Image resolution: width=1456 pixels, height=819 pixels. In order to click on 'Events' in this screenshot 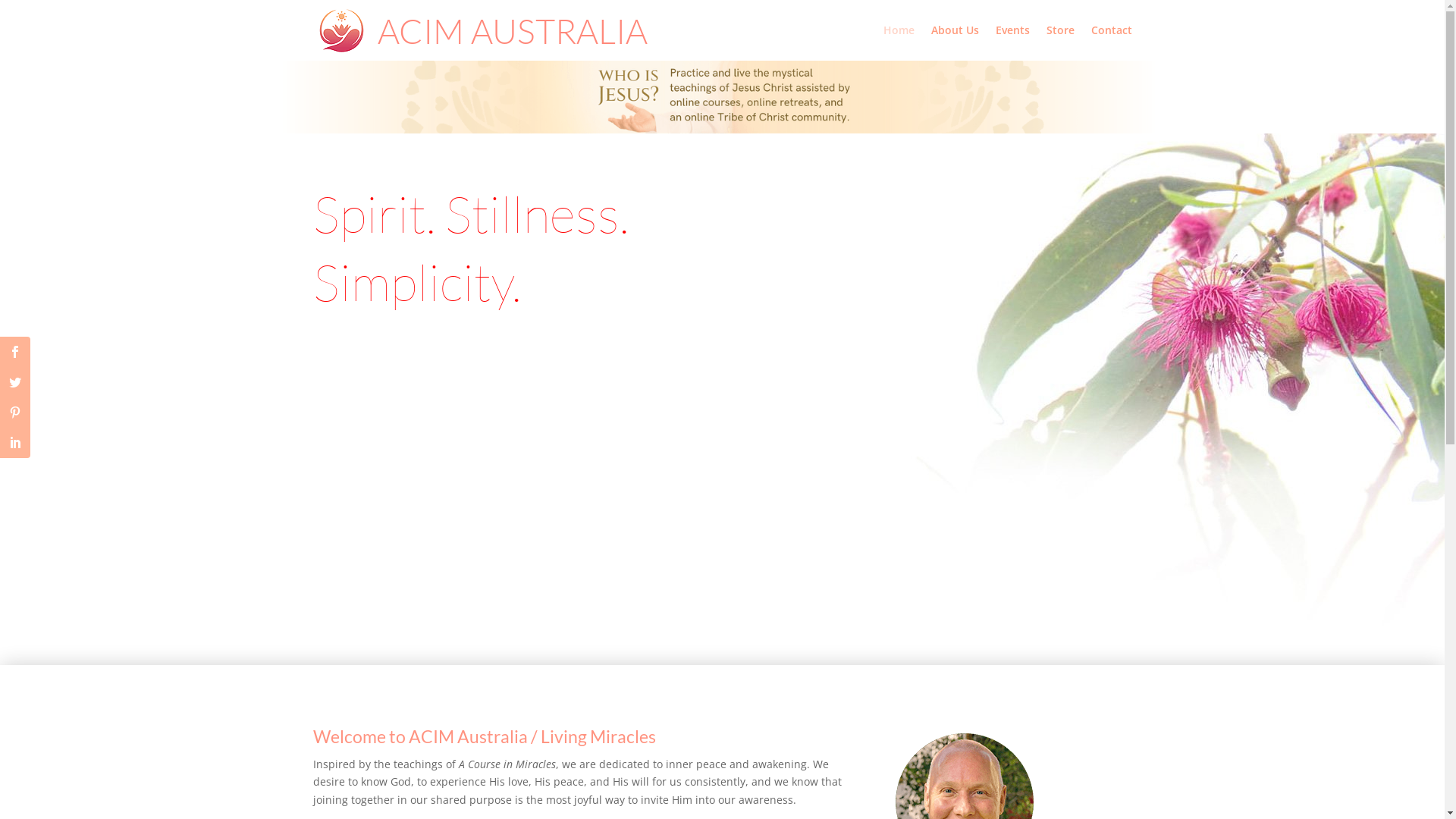, I will do `click(1012, 42)`.